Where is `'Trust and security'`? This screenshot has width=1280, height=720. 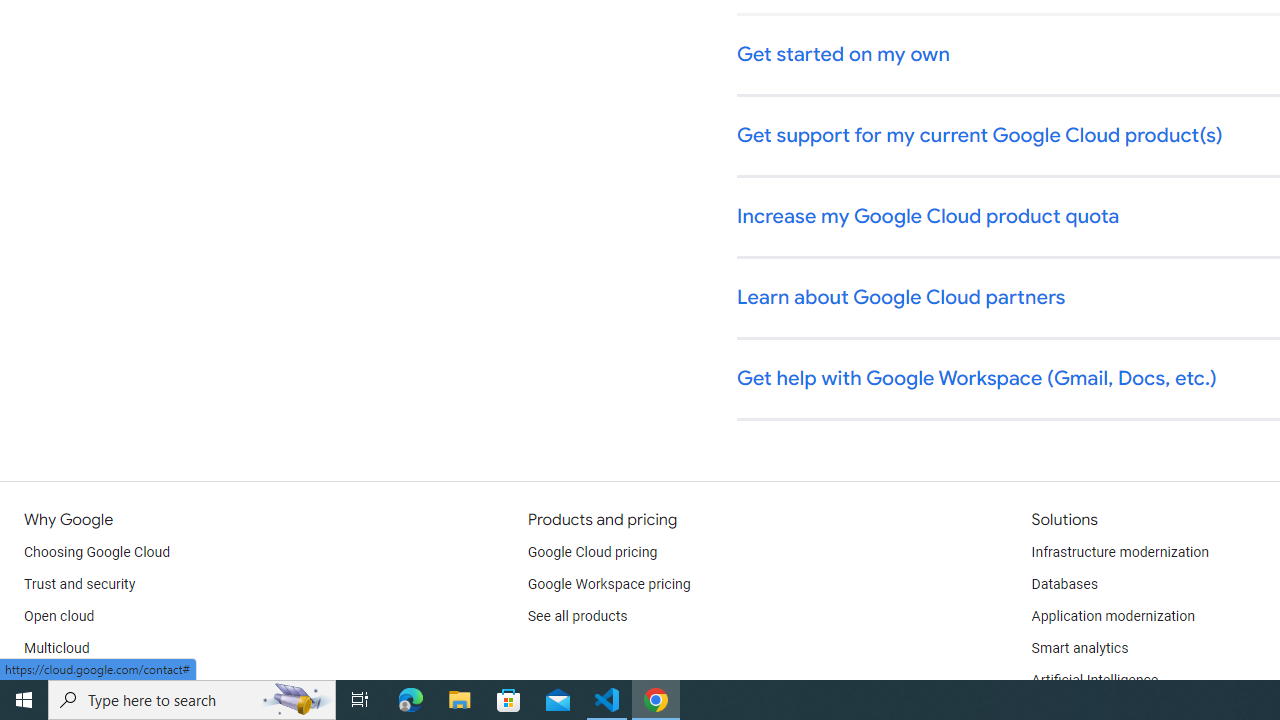
'Trust and security' is located at coordinates (80, 585).